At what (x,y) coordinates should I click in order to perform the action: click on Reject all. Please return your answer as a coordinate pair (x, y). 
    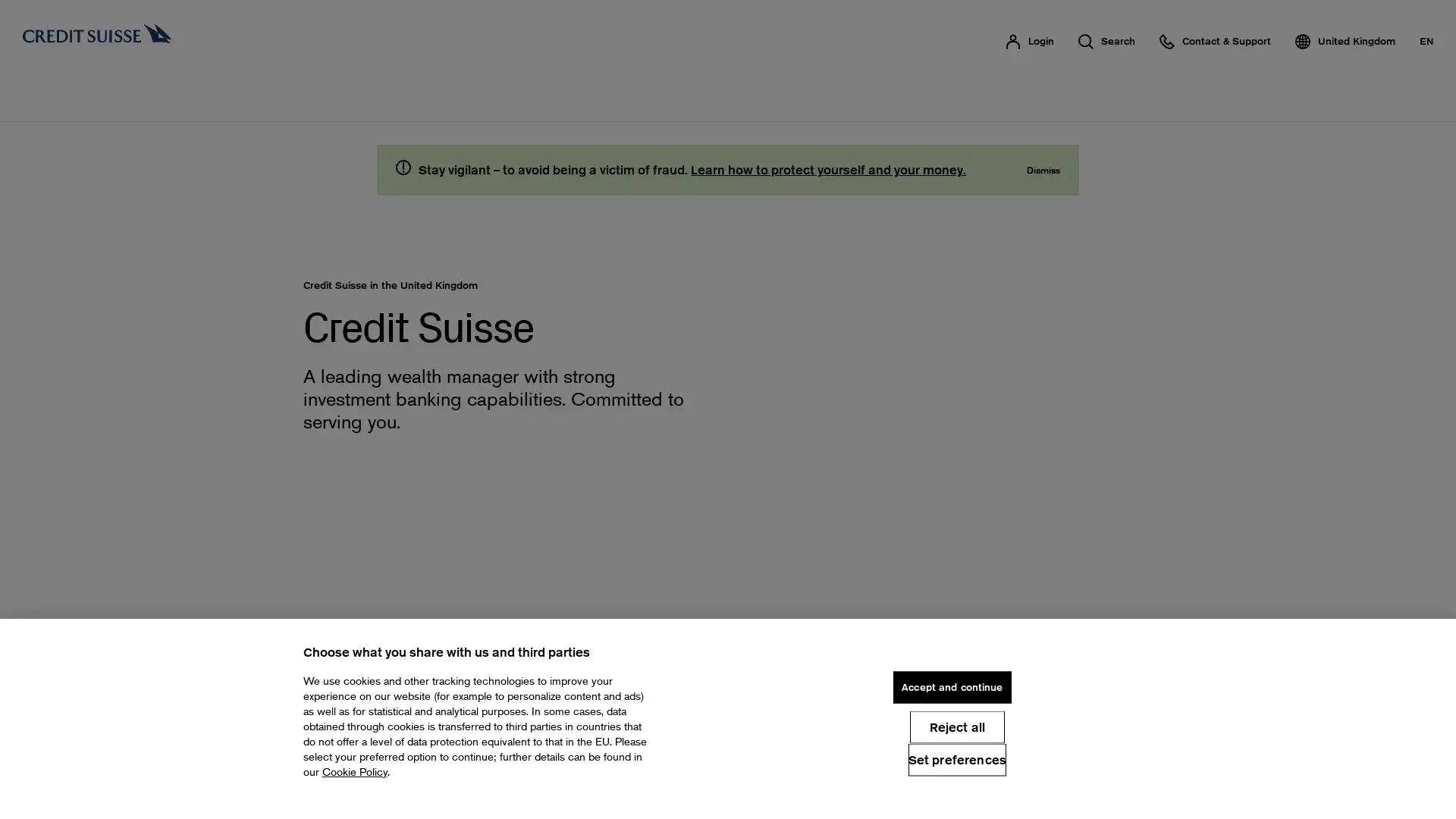
    Looking at the image, I should click on (955, 726).